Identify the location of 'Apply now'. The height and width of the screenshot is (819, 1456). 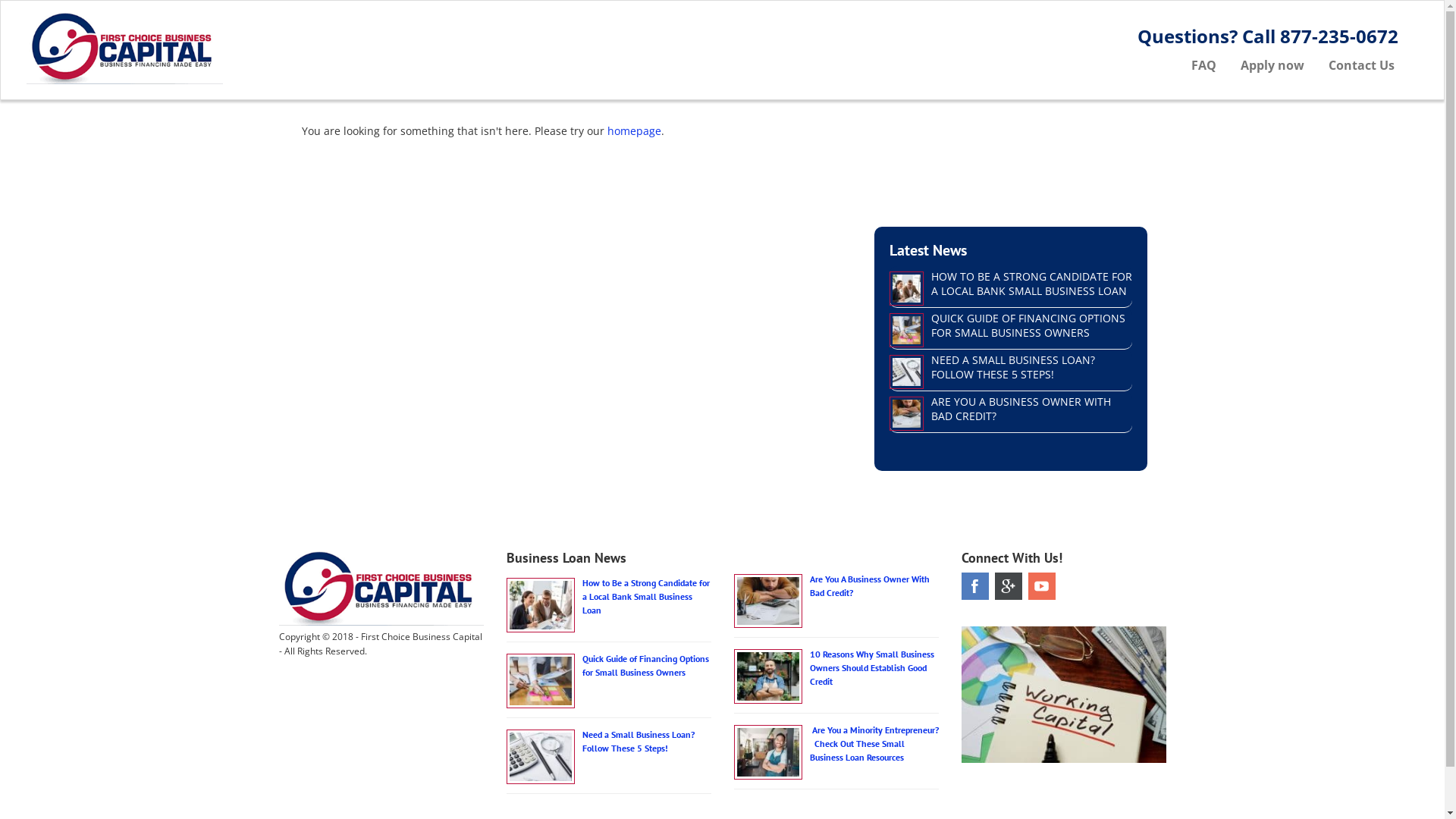
(1272, 64).